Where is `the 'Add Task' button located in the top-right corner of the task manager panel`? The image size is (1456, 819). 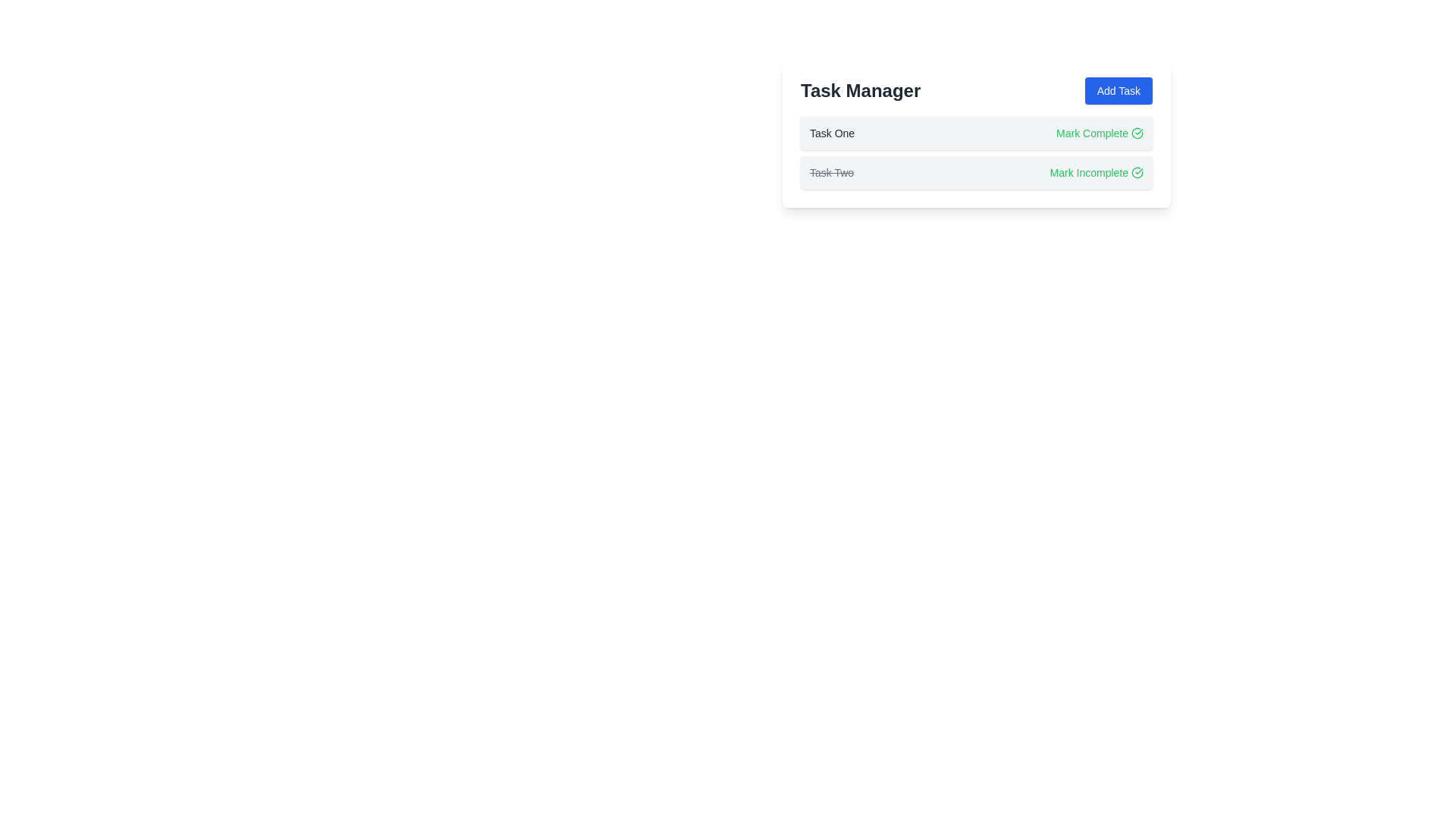
the 'Add Task' button located in the top-right corner of the task manager panel is located at coordinates (1119, 90).